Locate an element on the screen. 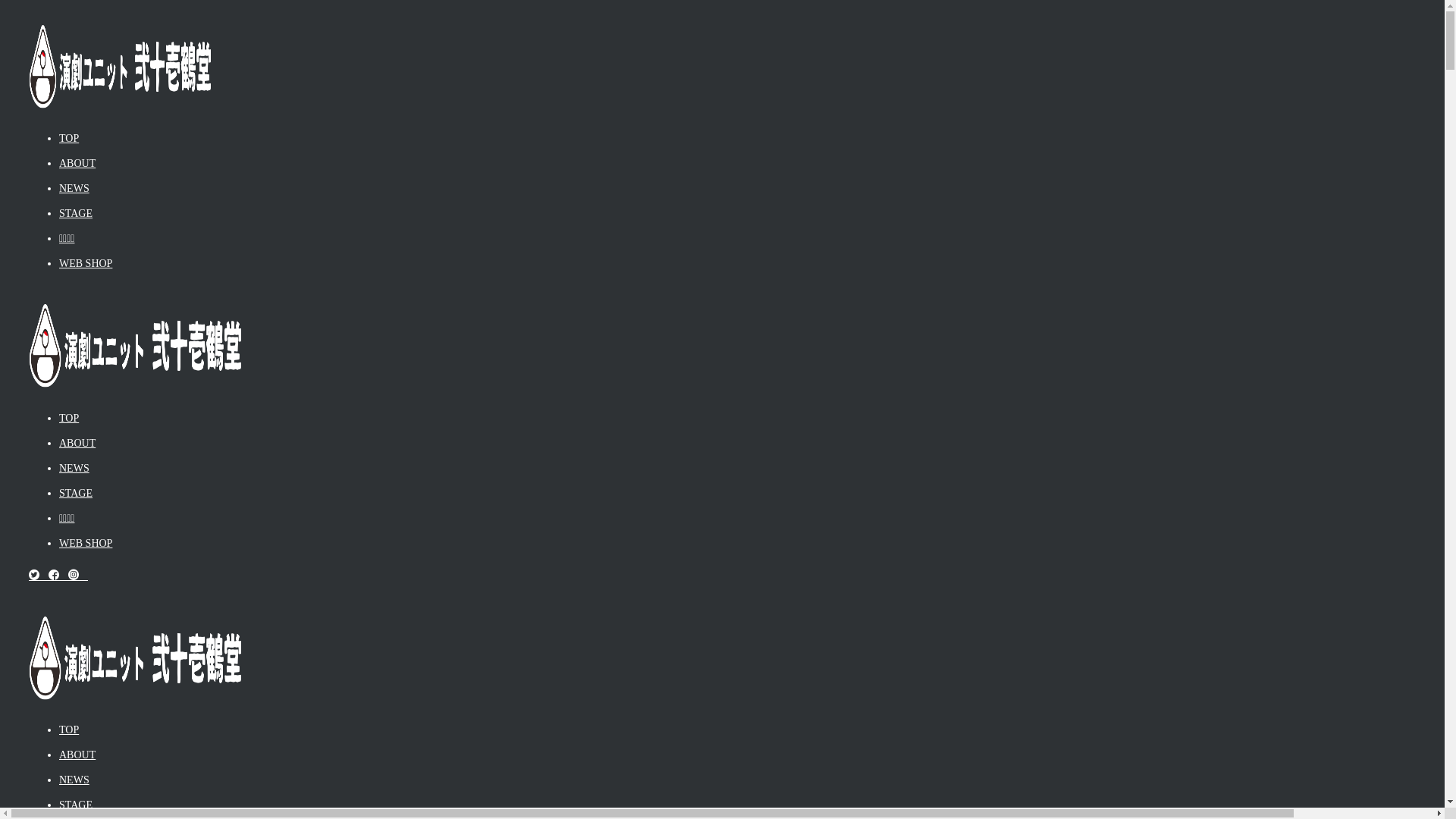 This screenshot has width=1456, height=819. 'STAGE' is located at coordinates (75, 804).